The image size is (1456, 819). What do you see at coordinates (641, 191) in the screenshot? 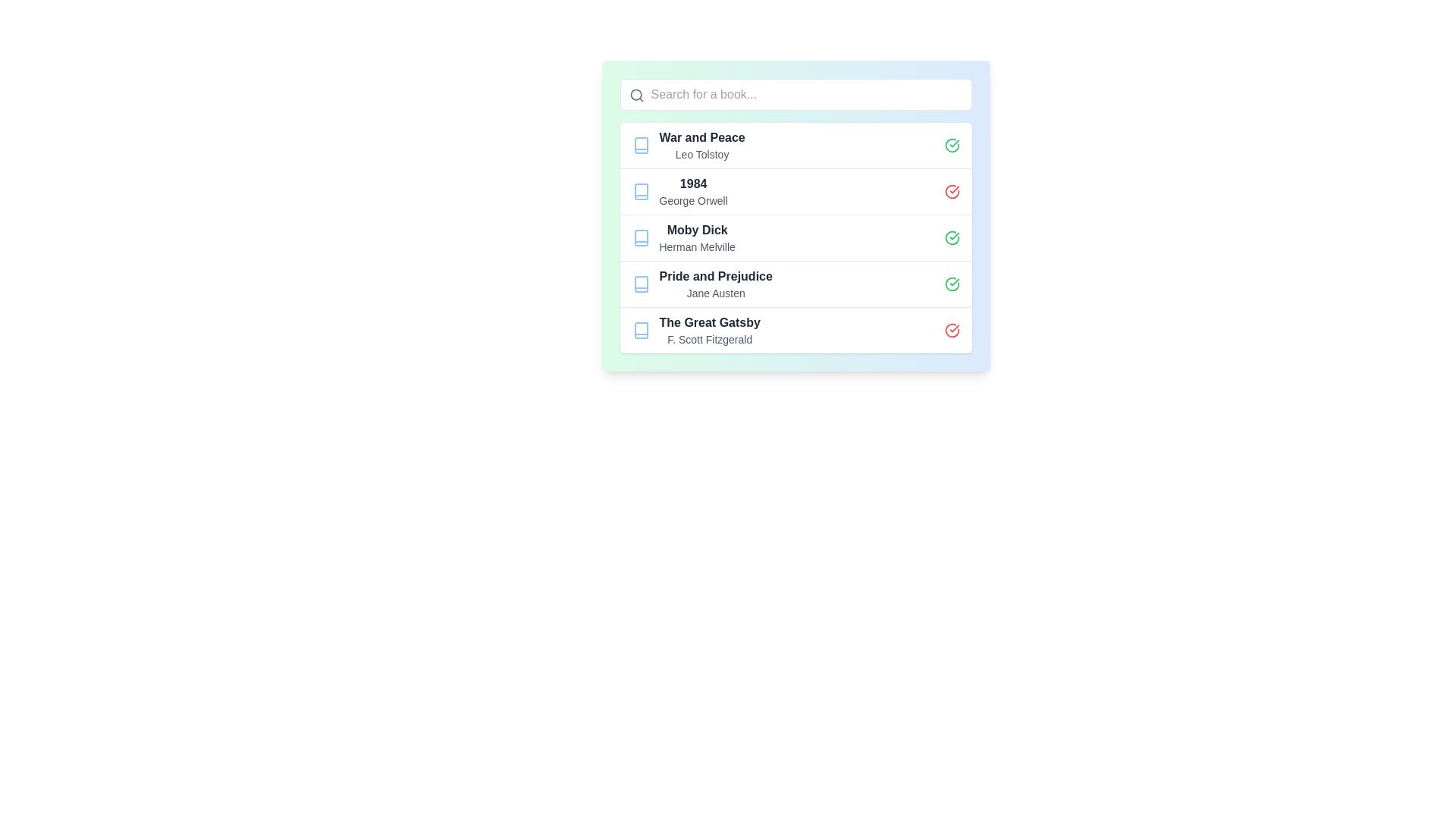
I see `the blue minimalist book icon associated with '1984', the second item in the list of books, located to the left of the title text '1984'` at bounding box center [641, 191].